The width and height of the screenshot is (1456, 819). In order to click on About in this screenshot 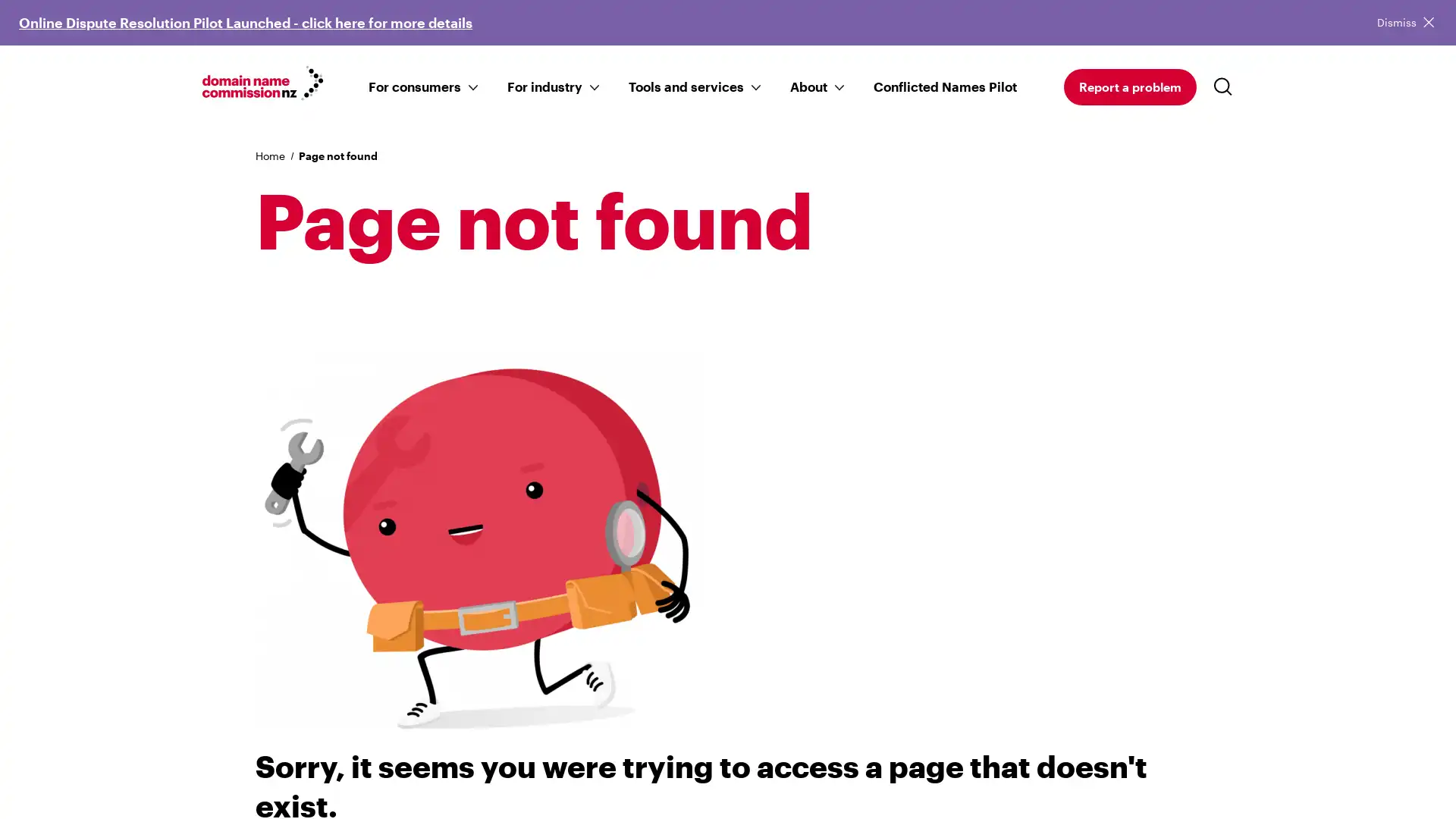, I will do `click(807, 84)`.